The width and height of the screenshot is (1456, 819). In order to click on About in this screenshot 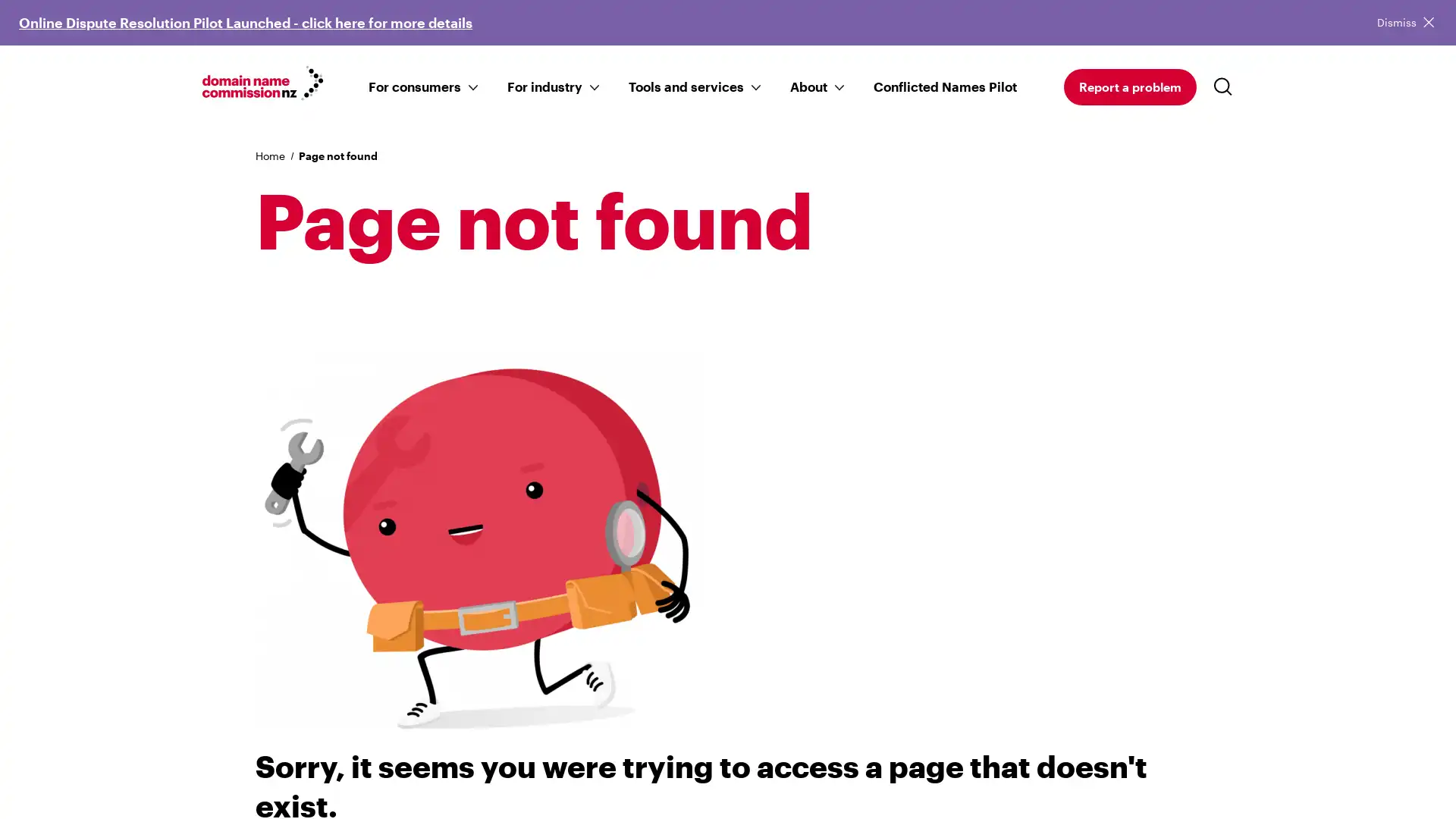, I will do `click(807, 84)`.